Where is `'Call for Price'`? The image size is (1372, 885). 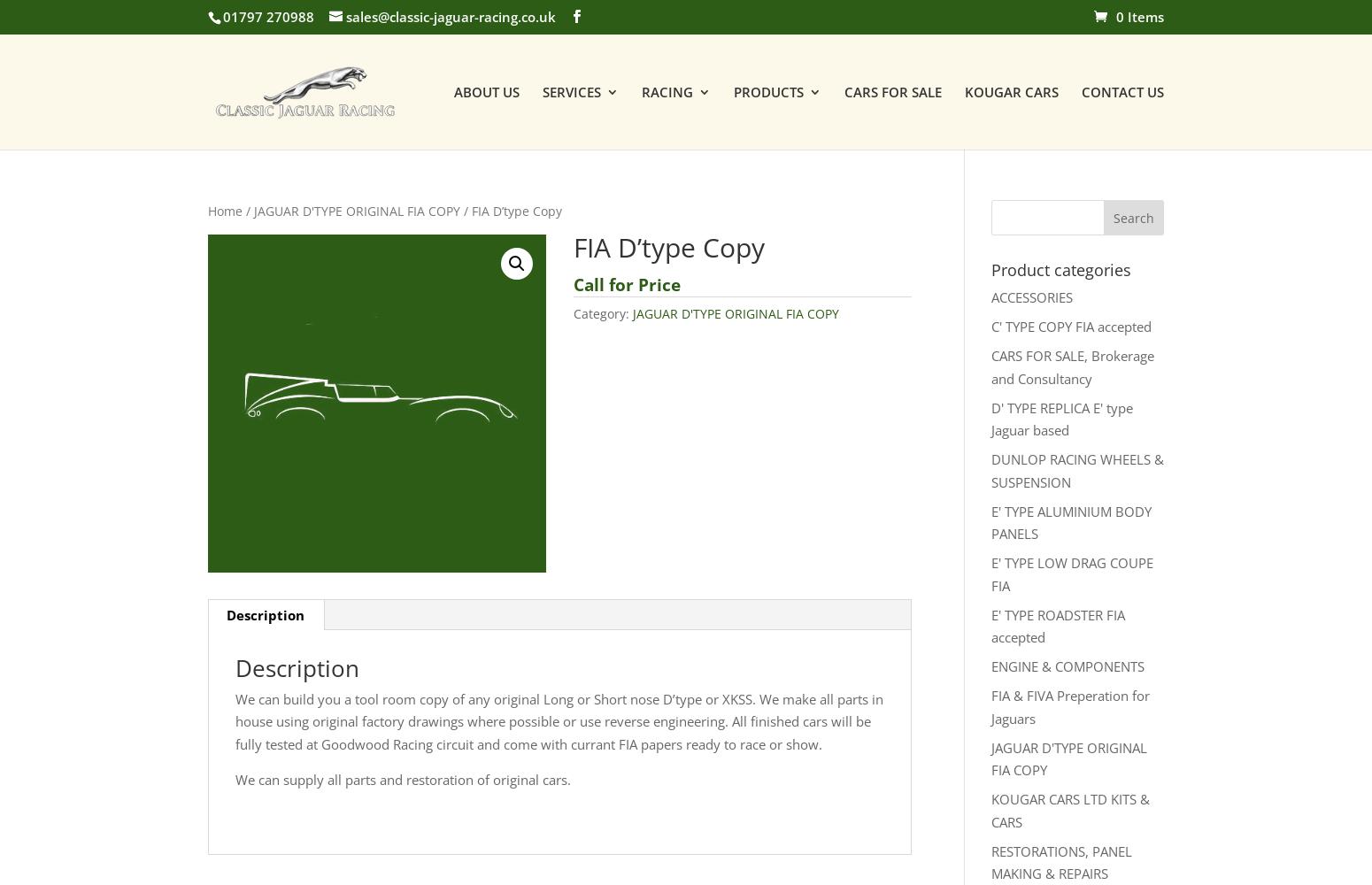
'Call for Price' is located at coordinates (627, 283).